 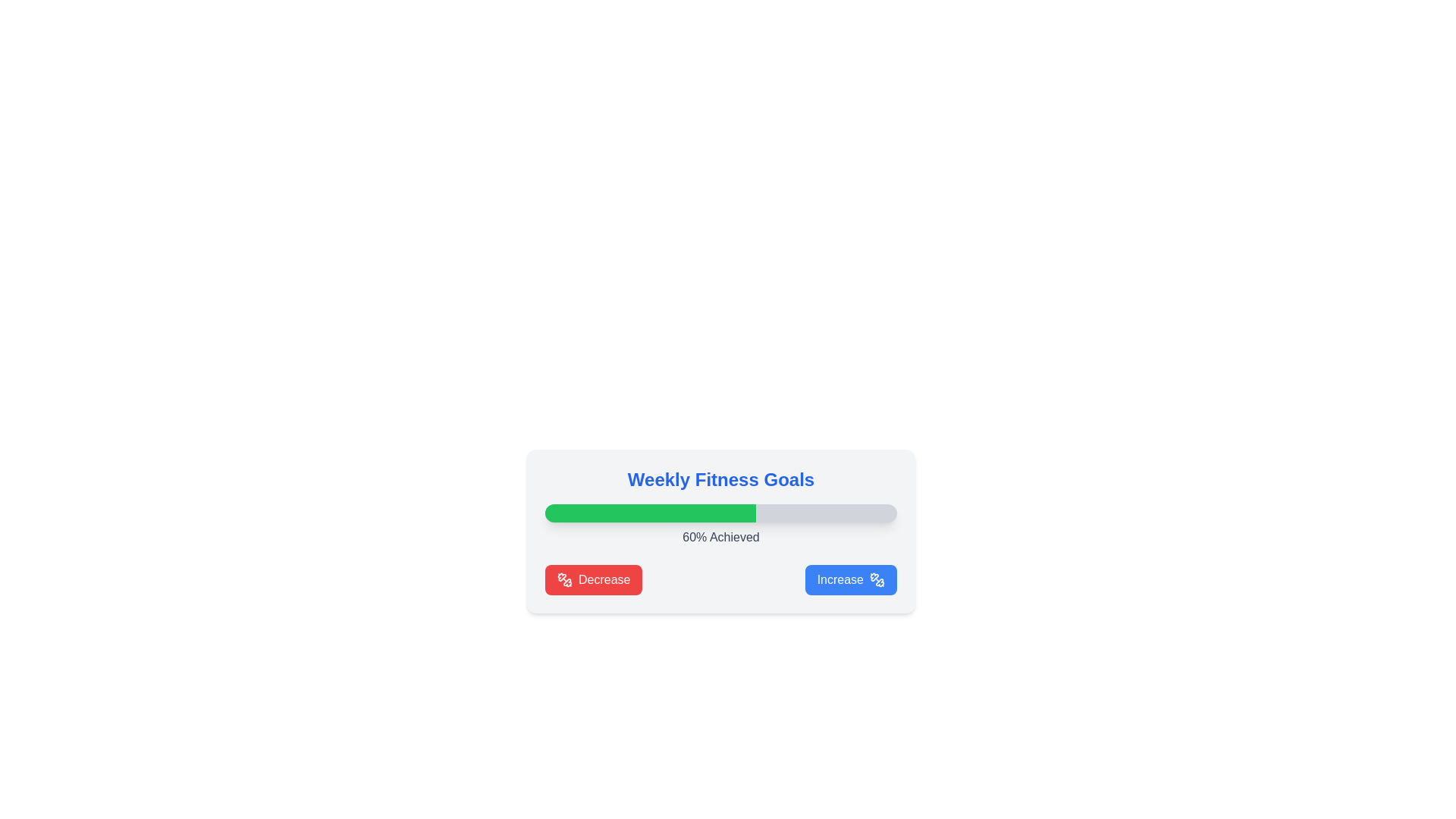 I want to click on the Text Label displaying 'Weekly Fitness Goals', which is styled in a large, bold, blue font and is positioned above a progress bar, so click(x=720, y=479).